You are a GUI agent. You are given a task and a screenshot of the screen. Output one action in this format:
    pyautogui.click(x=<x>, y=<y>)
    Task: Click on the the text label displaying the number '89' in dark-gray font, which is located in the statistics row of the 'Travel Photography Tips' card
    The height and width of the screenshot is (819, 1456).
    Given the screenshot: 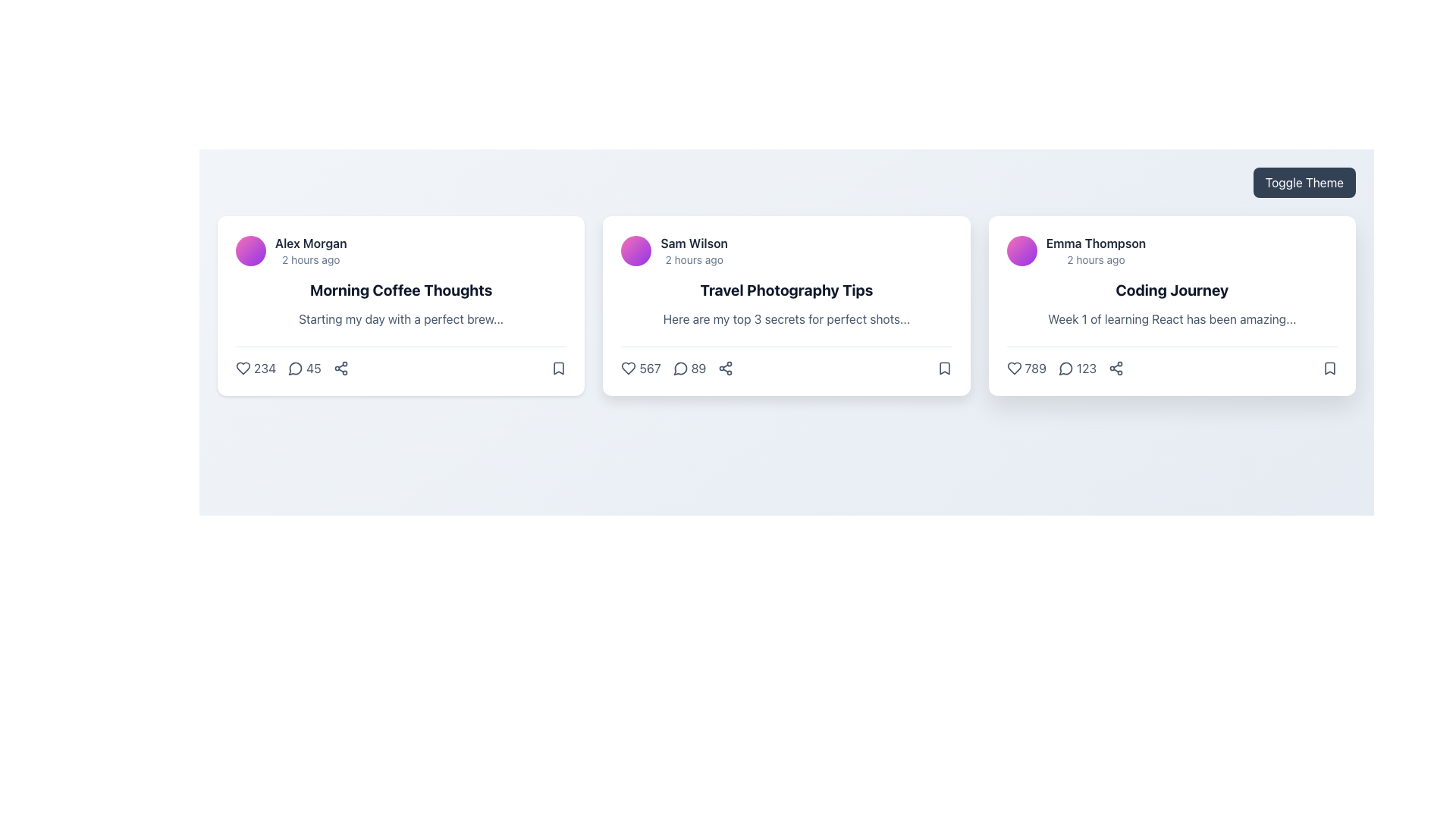 What is the action you would take?
    pyautogui.click(x=698, y=369)
    